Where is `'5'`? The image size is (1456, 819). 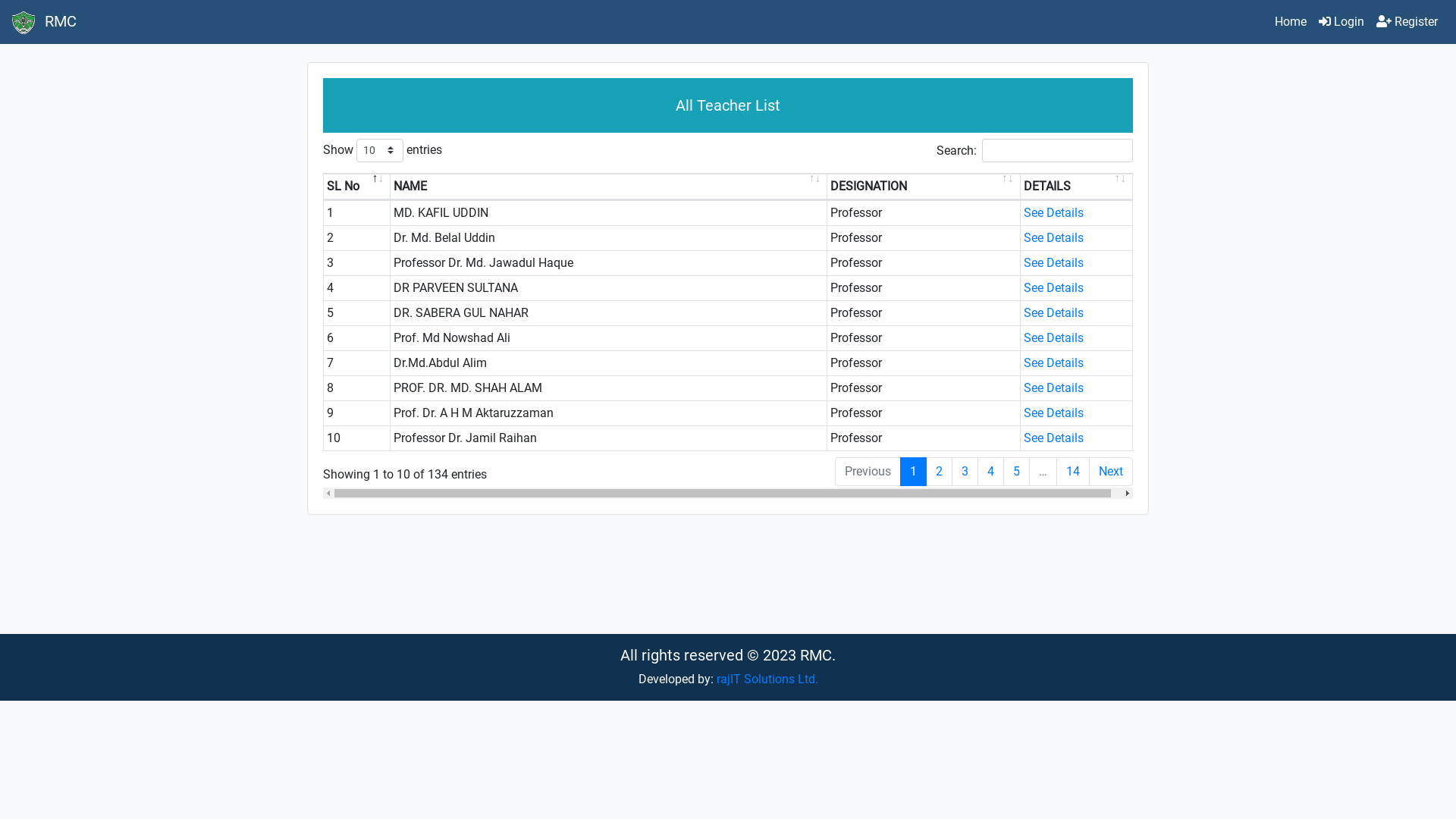
'5' is located at coordinates (1016, 470).